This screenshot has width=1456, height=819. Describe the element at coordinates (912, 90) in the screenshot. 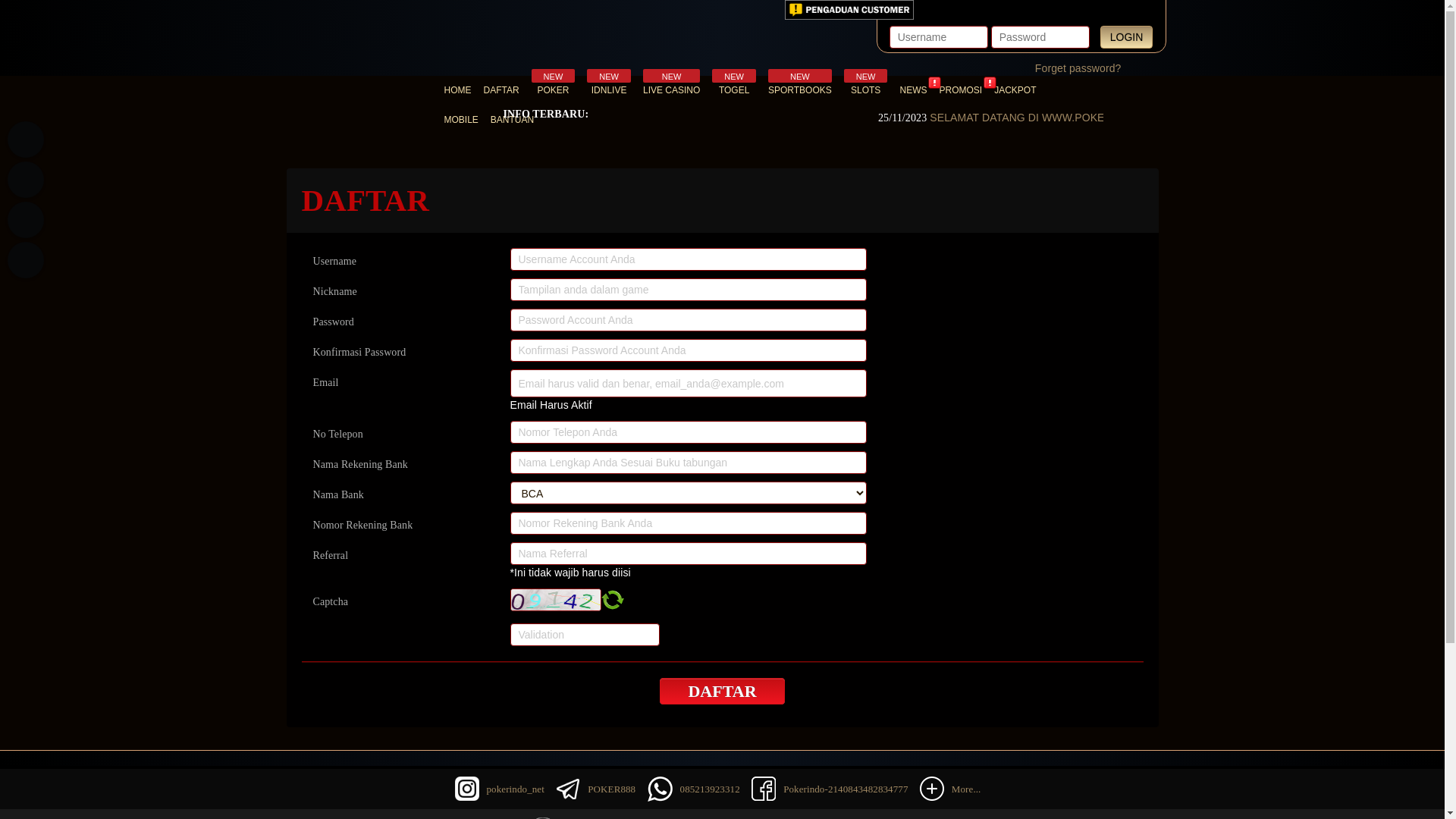

I see `'NEWS'` at that location.